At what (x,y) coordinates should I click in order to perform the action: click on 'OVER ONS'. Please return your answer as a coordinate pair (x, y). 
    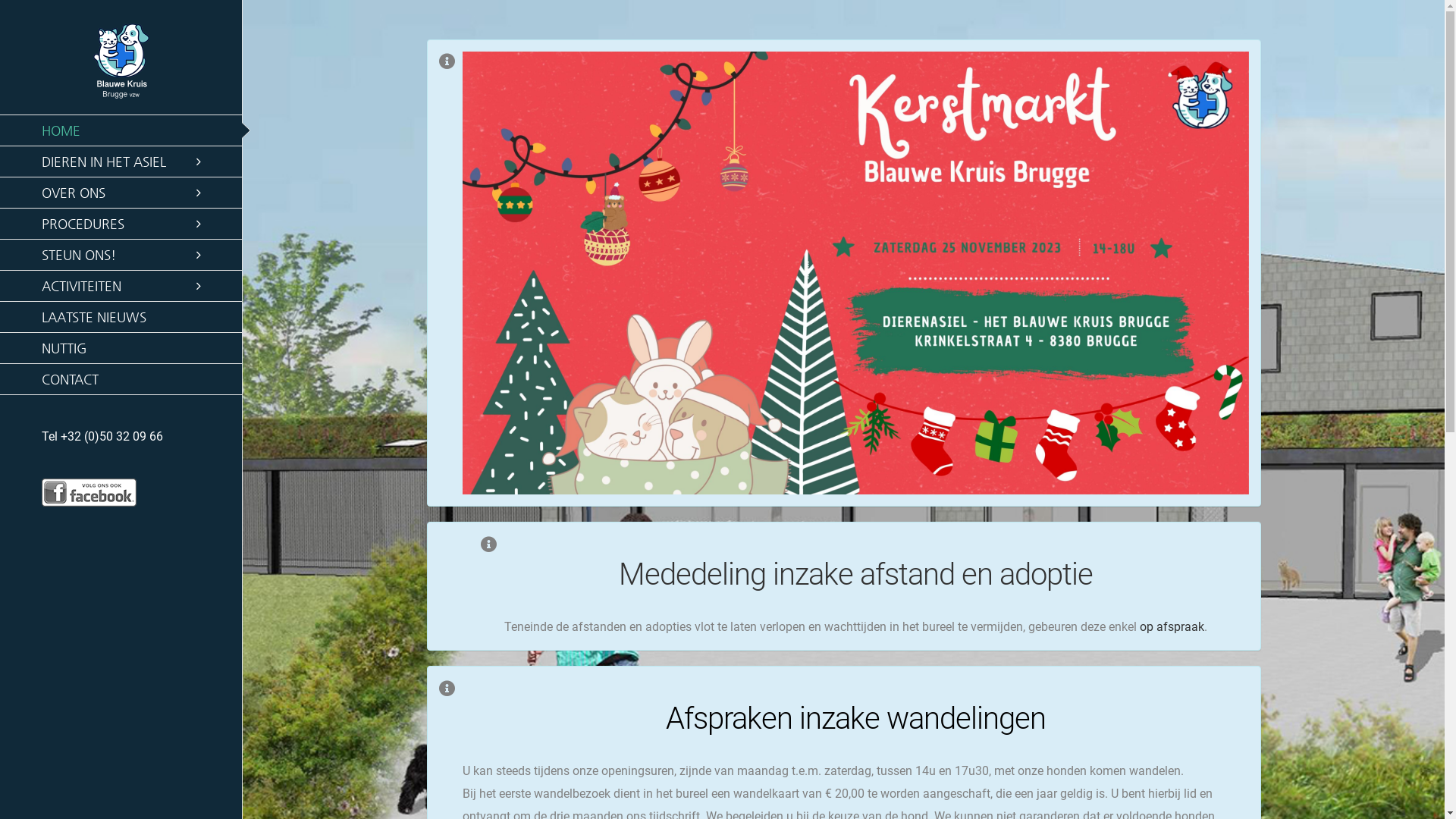
    Looking at the image, I should click on (120, 192).